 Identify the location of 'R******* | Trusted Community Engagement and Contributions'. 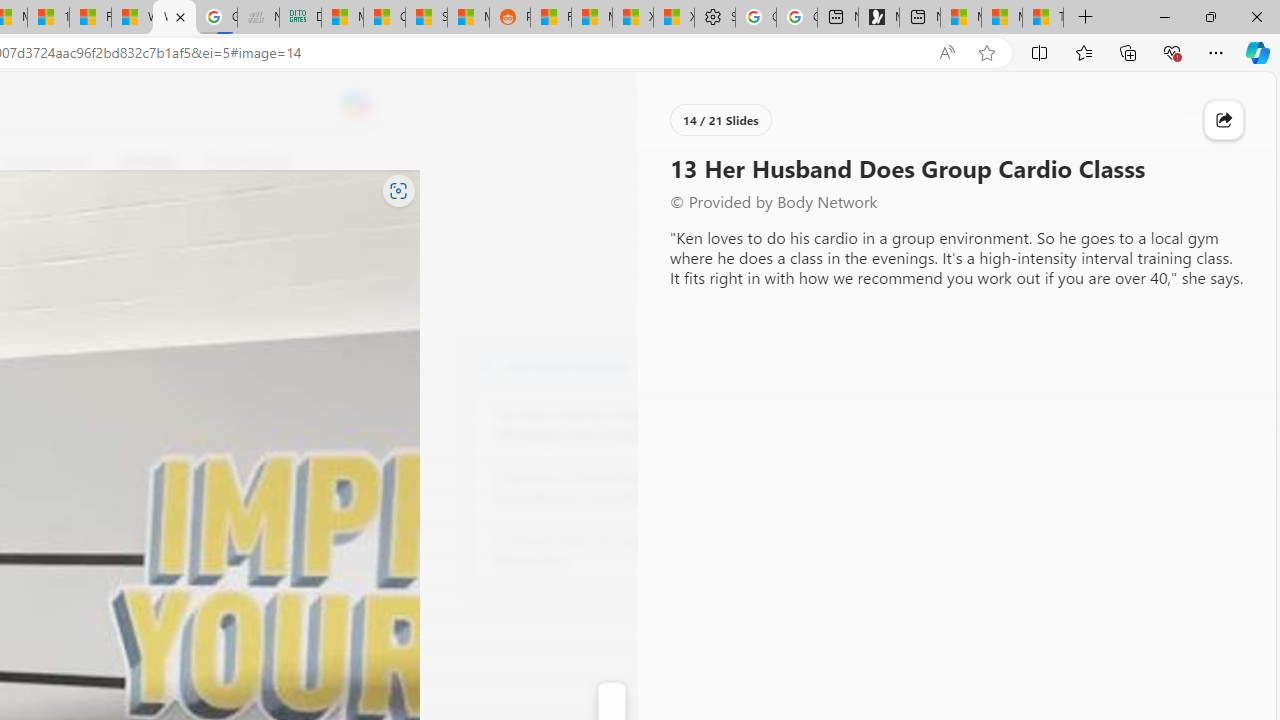
(551, 17).